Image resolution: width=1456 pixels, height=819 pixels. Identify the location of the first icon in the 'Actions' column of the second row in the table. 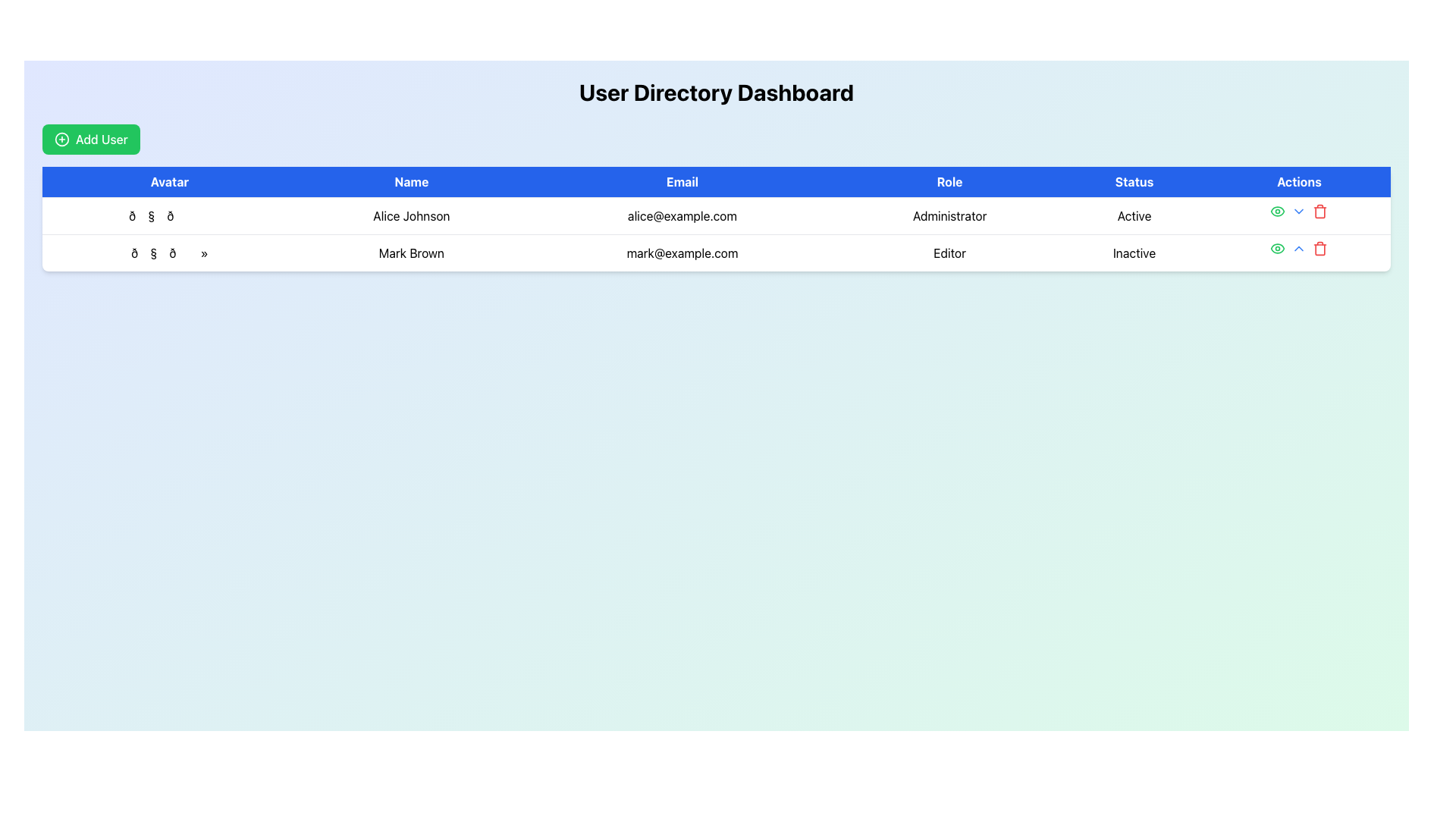
(1277, 247).